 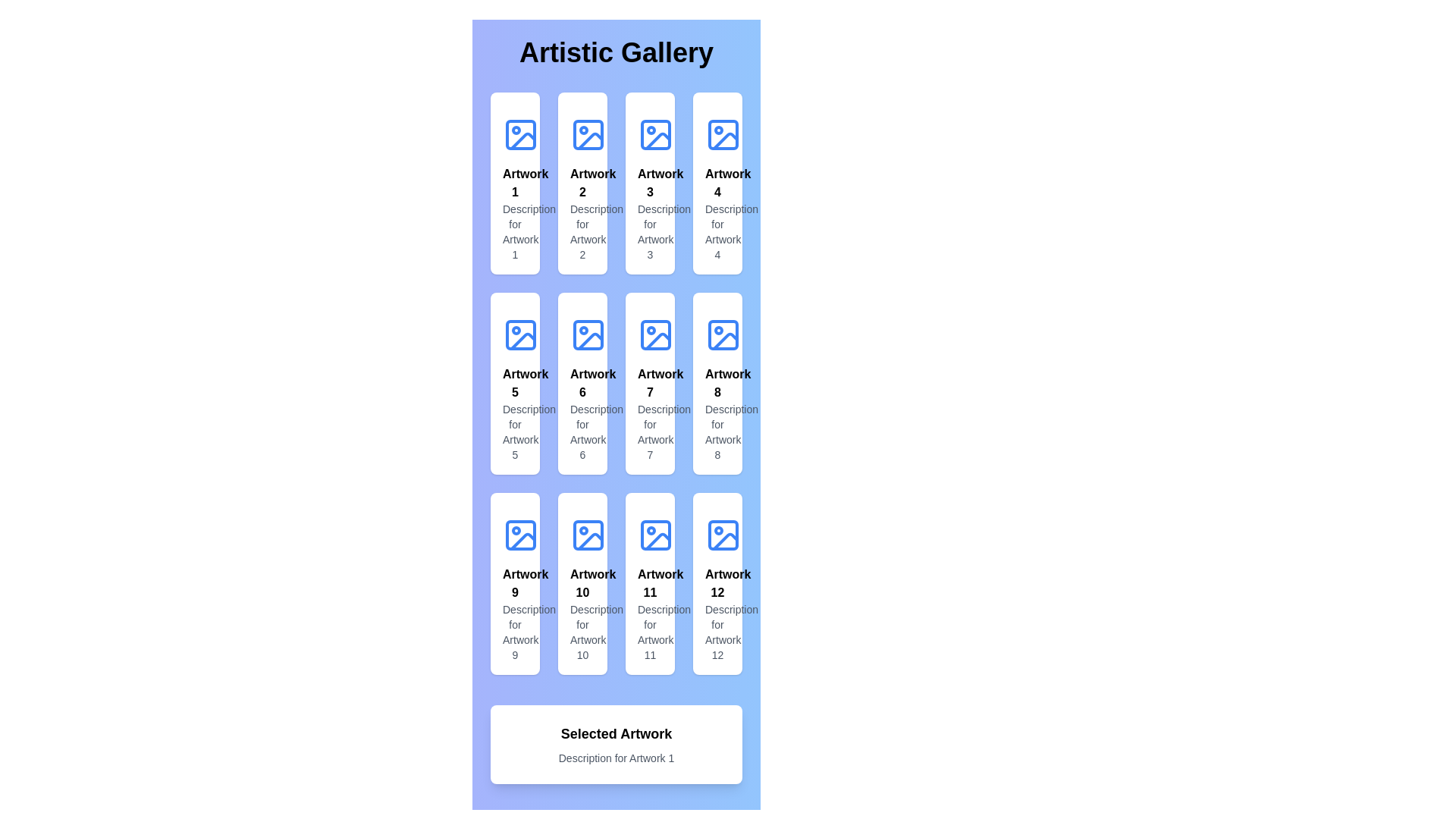 I want to click on description text block located below the title 'Artwork 10' on the card in the third row and second column of the grid layout, so click(x=582, y=632).